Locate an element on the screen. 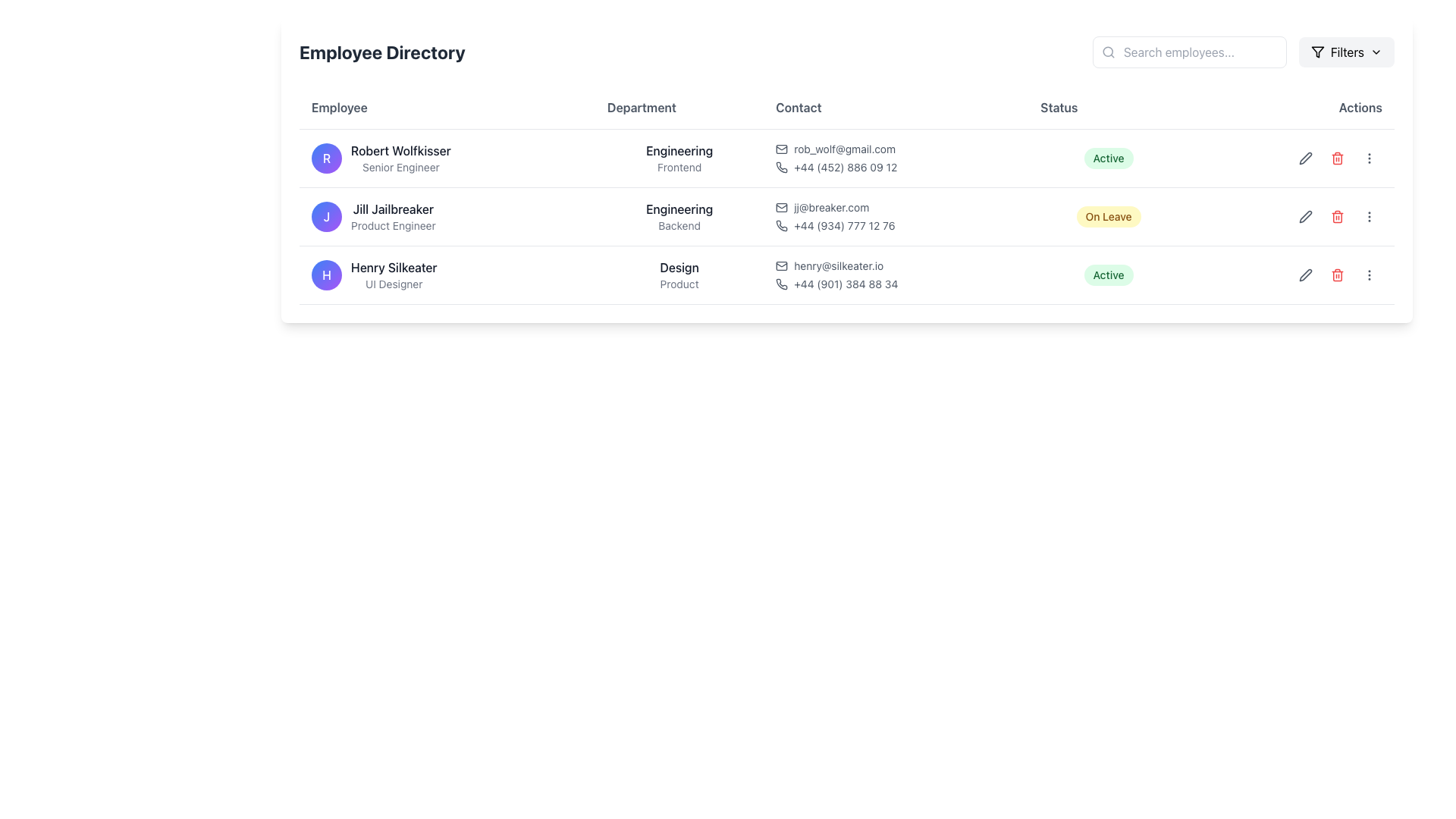 Image resolution: width=1456 pixels, height=819 pixels. the 'Department' text label for 'Robert Wolfkisser' which displays 'Engineering' in bold black font and 'Frontend' in smaller gray font is located at coordinates (679, 158).